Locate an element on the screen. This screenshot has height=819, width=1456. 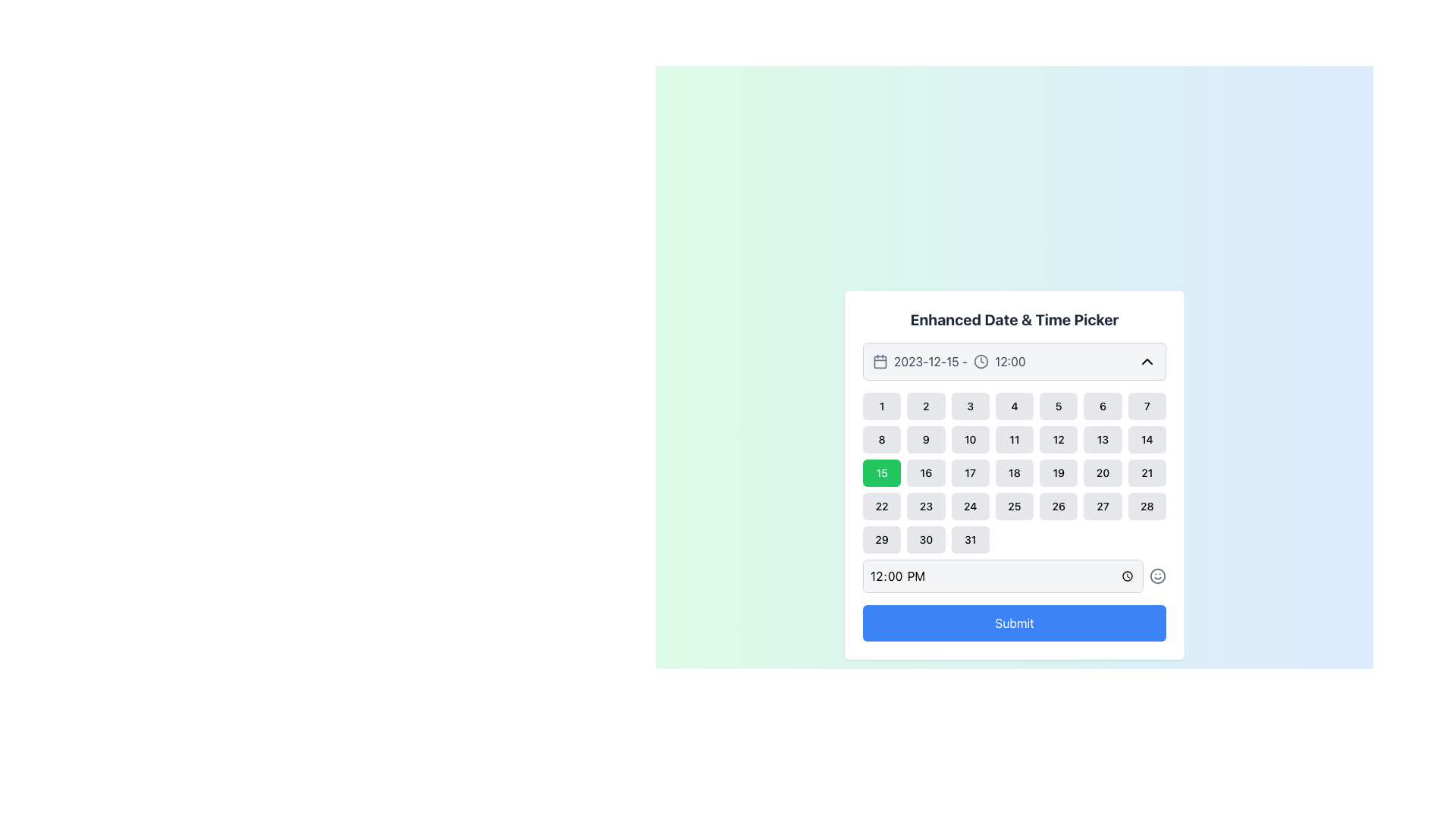
the decorative SVG icon located to the right of the time input box is located at coordinates (1156, 576).